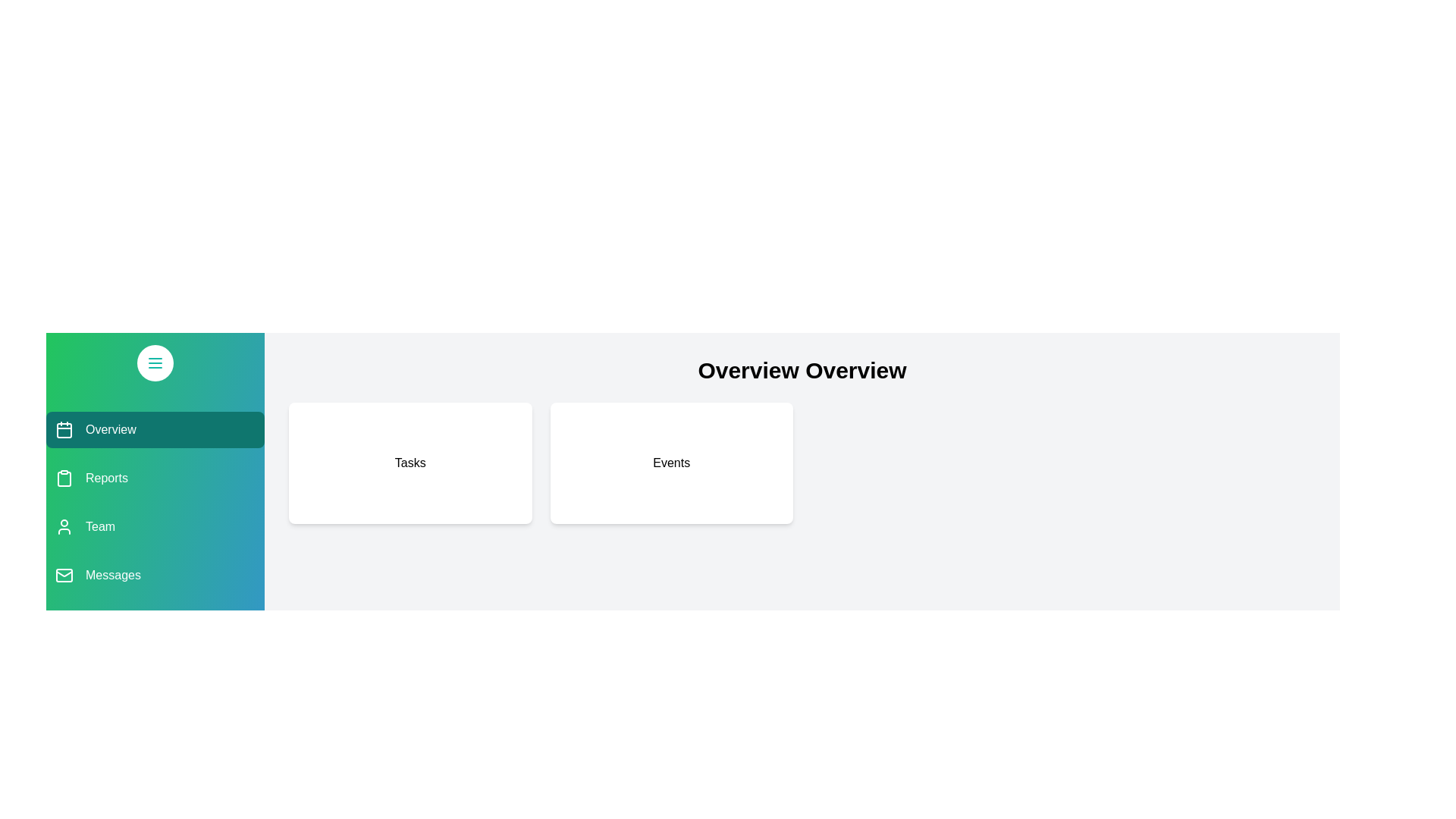 This screenshot has height=819, width=1456. I want to click on the feature card labeled Tasks in the main content area, so click(410, 462).